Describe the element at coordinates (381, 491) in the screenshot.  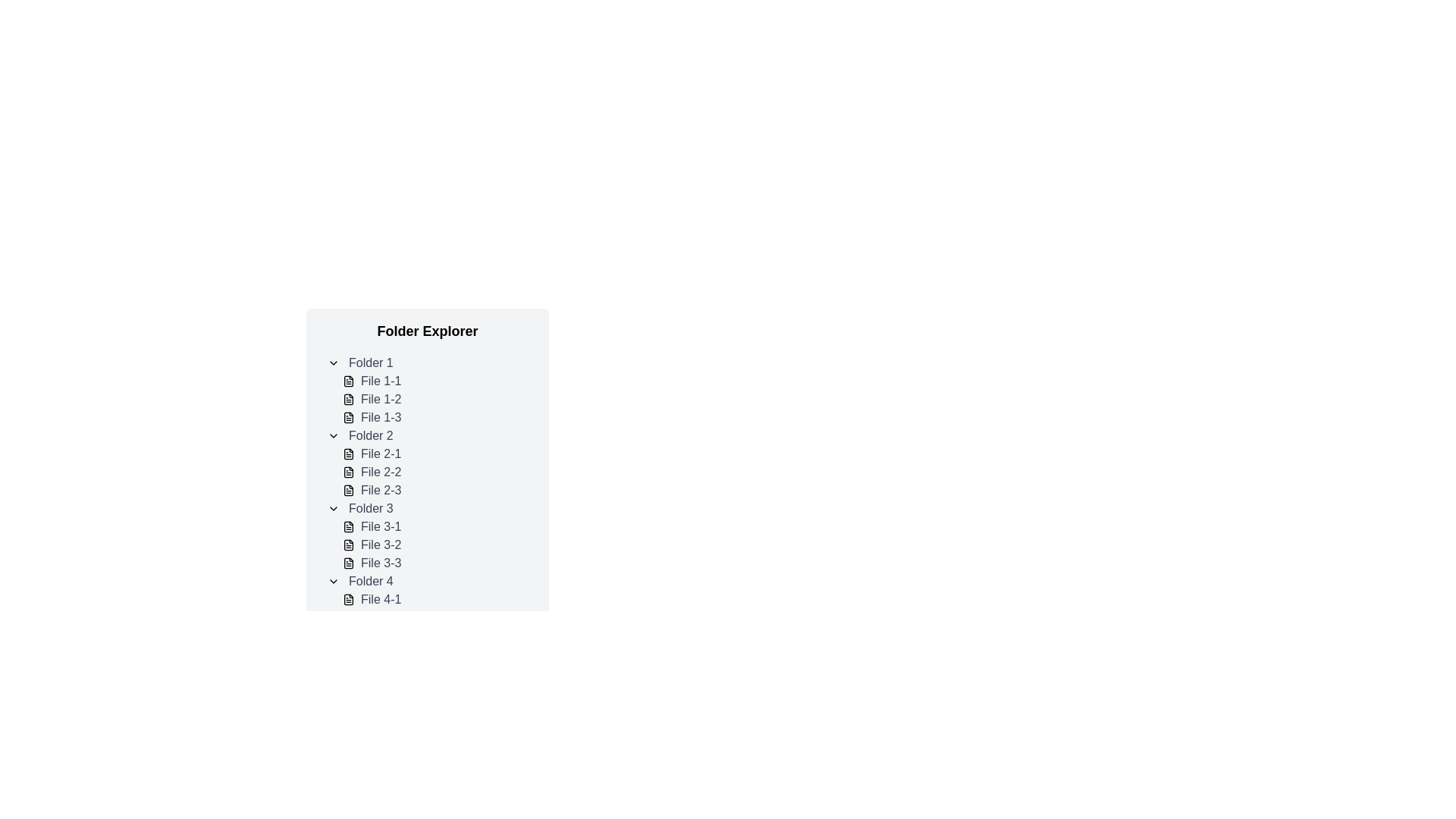
I see `the text label representing the file named 'File 2-3' in the folder browsing interface` at that location.